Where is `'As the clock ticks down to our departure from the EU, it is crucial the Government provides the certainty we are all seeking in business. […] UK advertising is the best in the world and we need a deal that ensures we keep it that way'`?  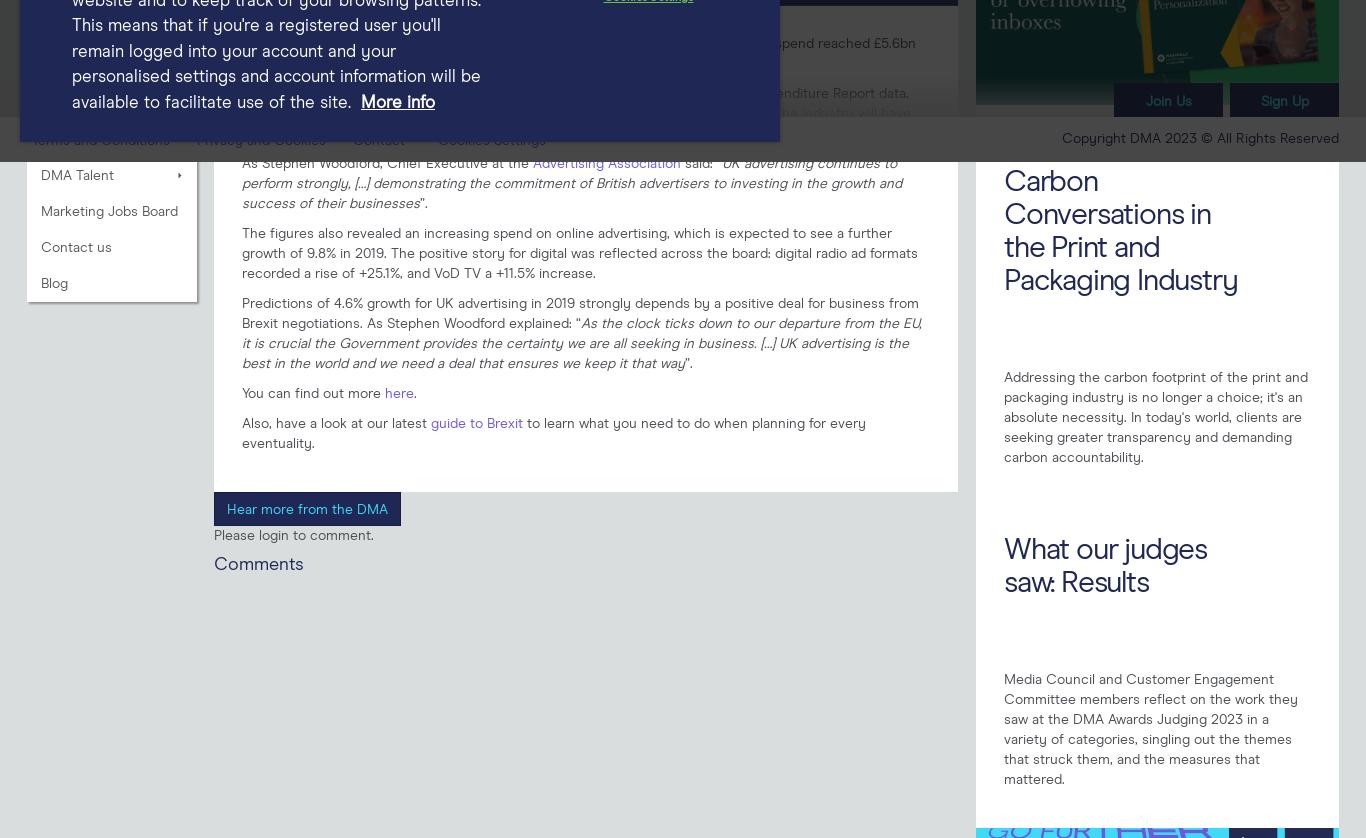
'As the clock ticks down to our departure from the EU, it is crucial the Government provides the certainty we are all seeking in business. […] UK advertising is the best in the world and we need a deal that ensures we keep it that way' is located at coordinates (581, 342).